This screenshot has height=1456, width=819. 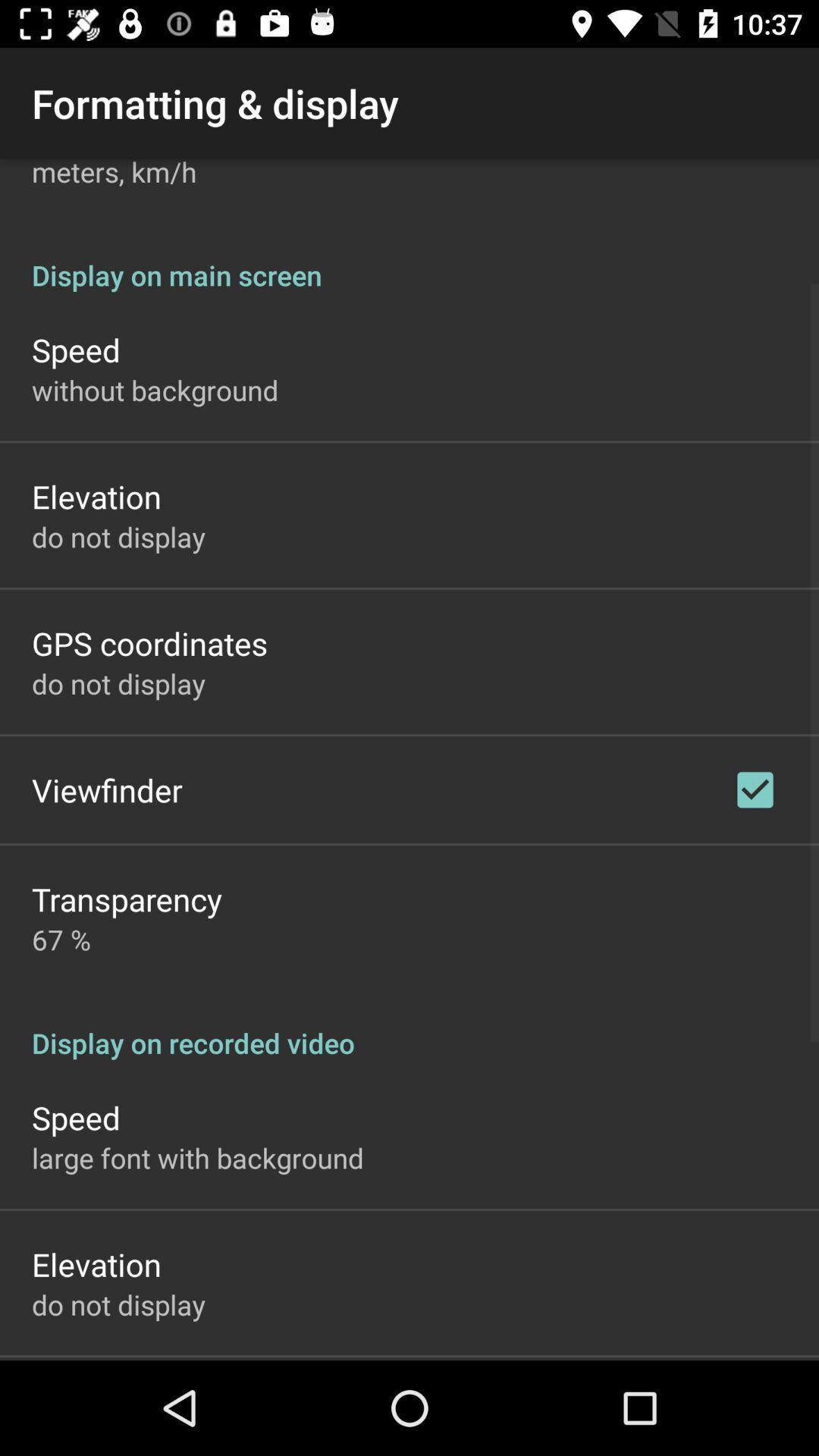 What do you see at coordinates (113, 174) in the screenshot?
I see `meters, km/h item` at bounding box center [113, 174].